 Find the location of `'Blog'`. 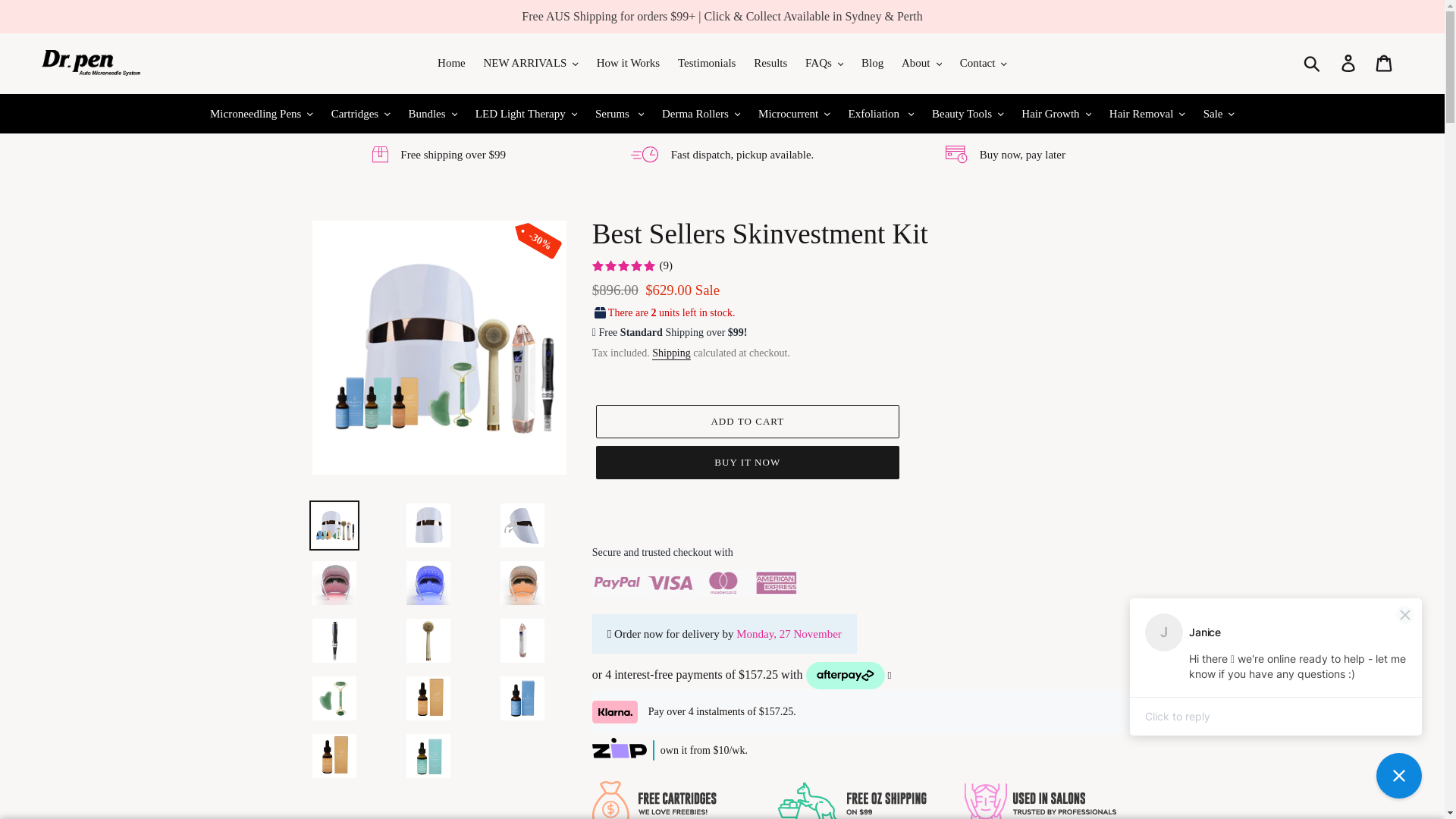

'Blog' is located at coordinates (872, 62).